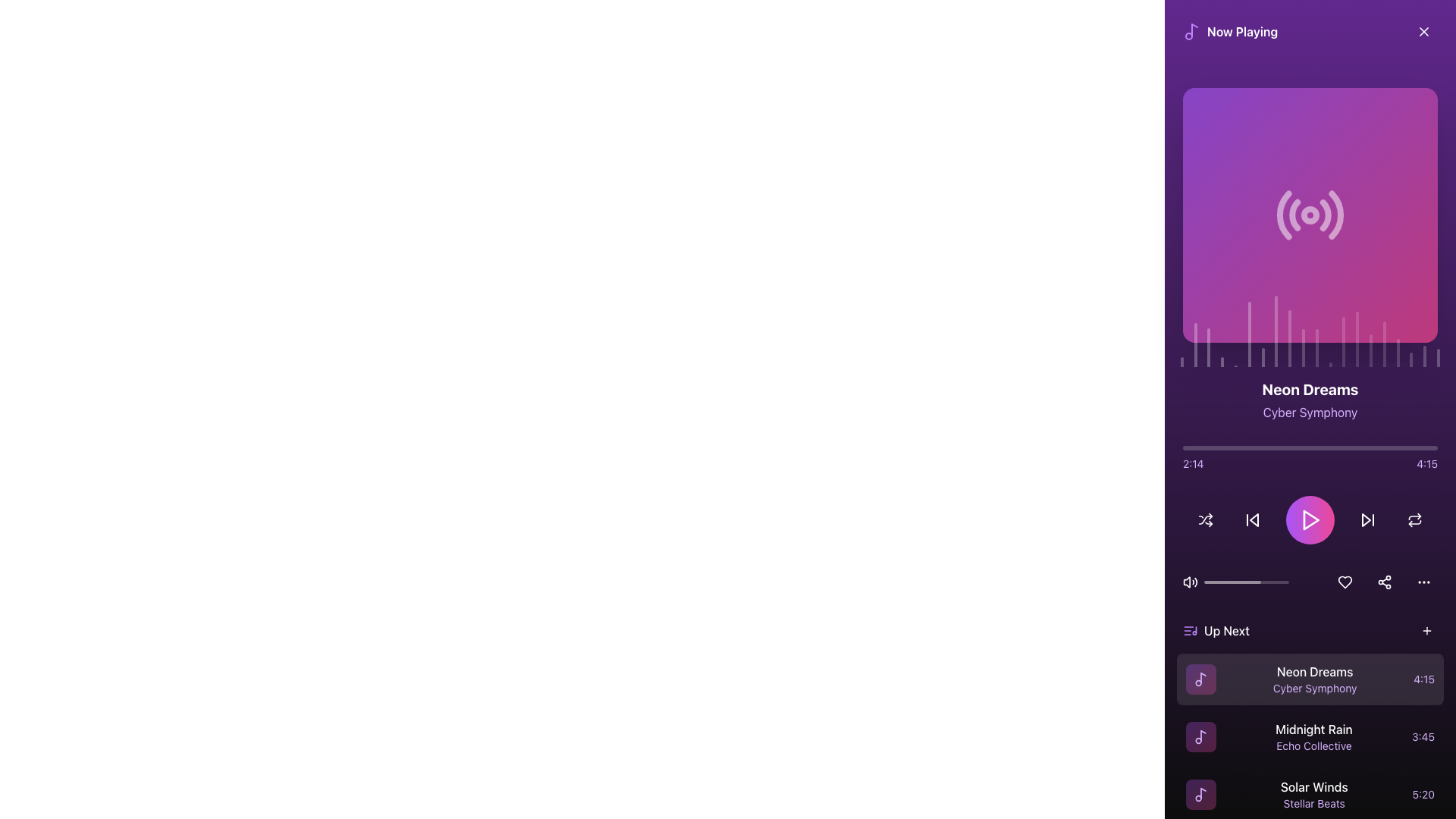  I want to click on the volume slider, so click(1286, 581).